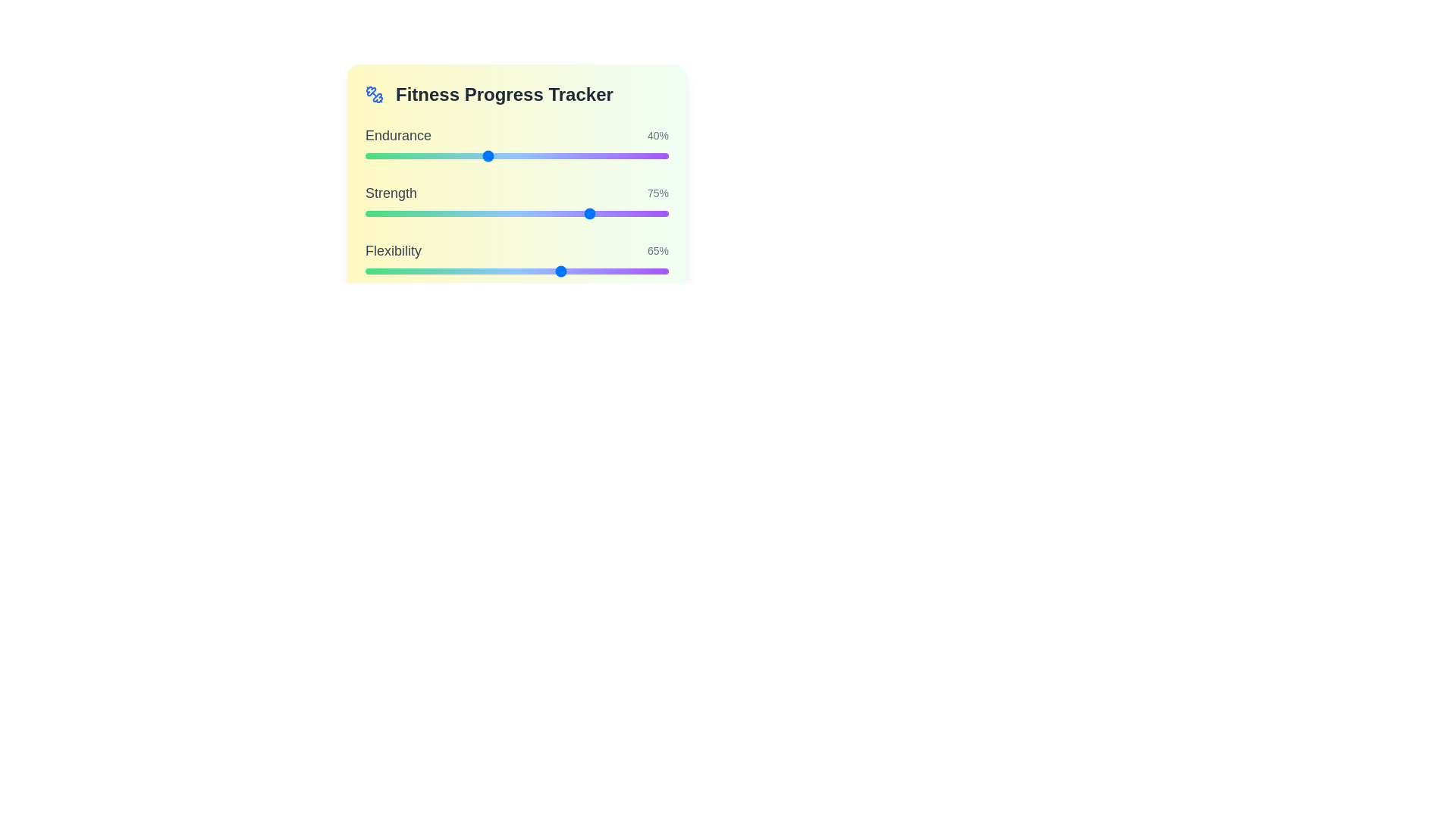 This screenshot has width=1456, height=819. What do you see at coordinates (658, 192) in the screenshot?
I see `the progress percentage text label associated with the 'Strength' metric, located to the right of the 'Strength' label and aligned with the progress bar` at bounding box center [658, 192].